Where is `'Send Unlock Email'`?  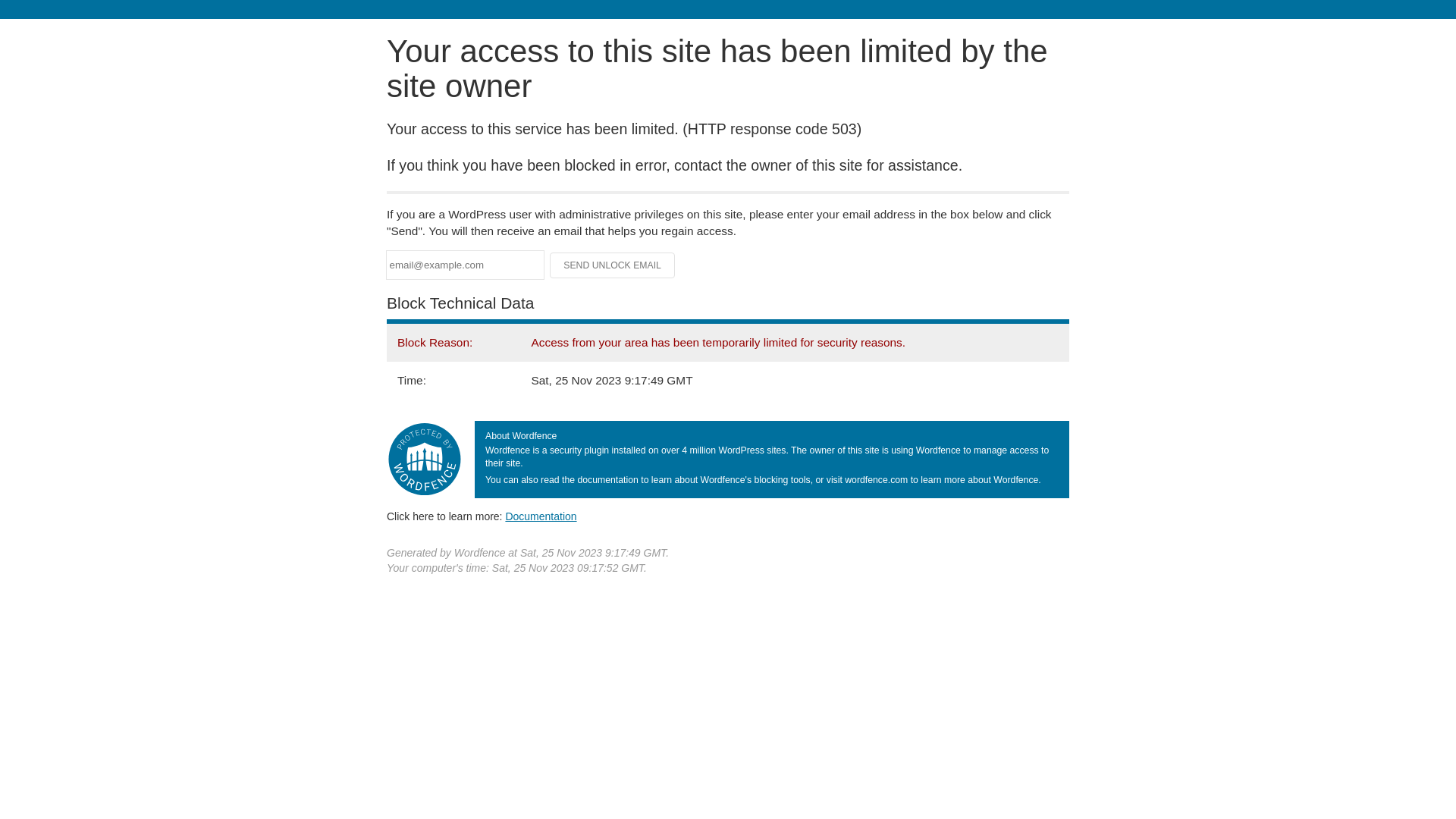
'Send Unlock Email' is located at coordinates (612, 265).